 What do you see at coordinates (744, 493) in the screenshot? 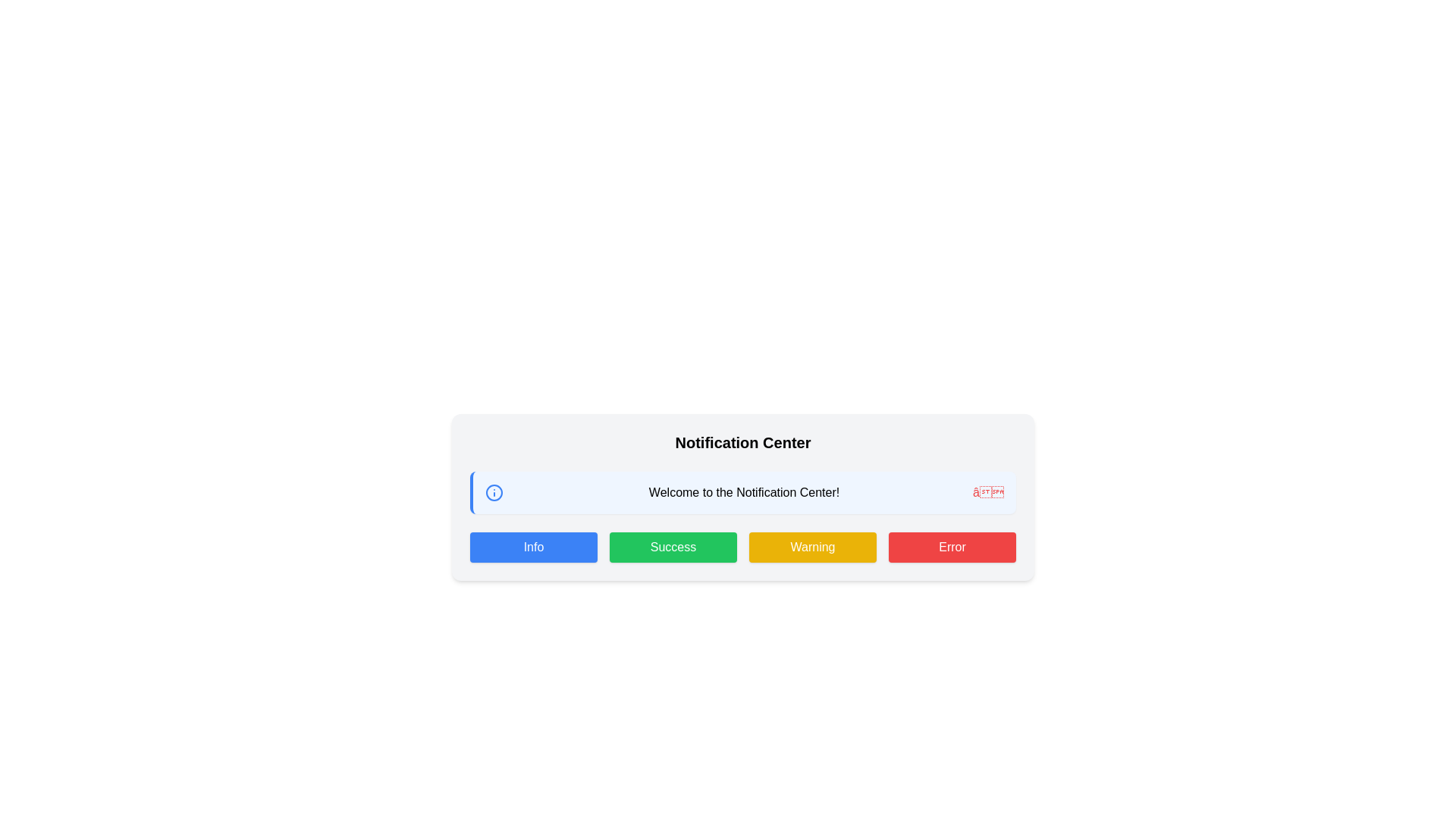
I see `the static text element that serves as a descriptive title inside the notification center, positioned centrally within the notification box below the 'Notification Center' header` at bounding box center [744, 493].